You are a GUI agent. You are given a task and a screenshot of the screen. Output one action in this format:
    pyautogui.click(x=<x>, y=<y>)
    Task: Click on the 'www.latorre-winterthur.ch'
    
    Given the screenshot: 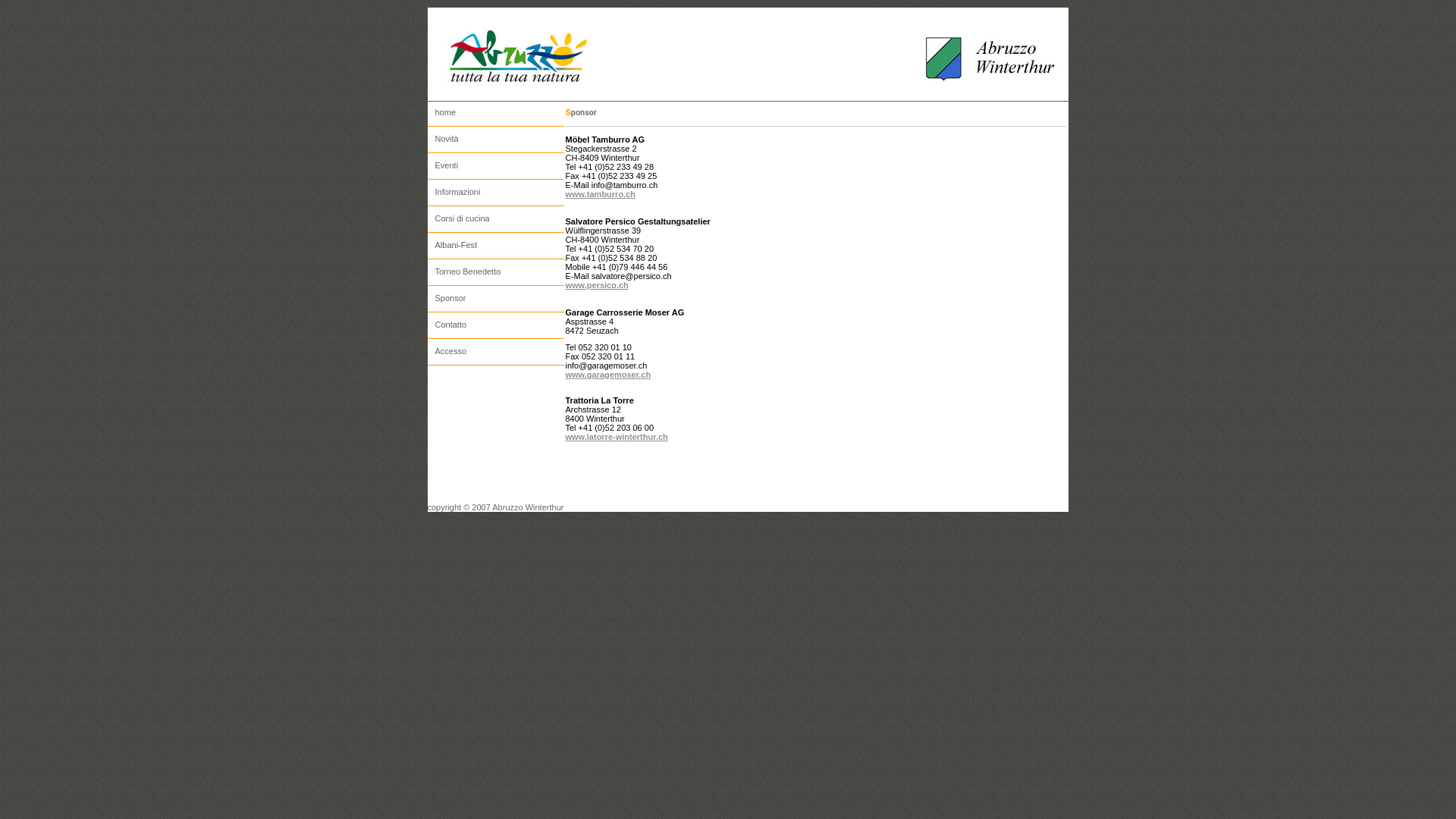 What is the action you would take?
    pyautogui.click(x=617, y=436)
    